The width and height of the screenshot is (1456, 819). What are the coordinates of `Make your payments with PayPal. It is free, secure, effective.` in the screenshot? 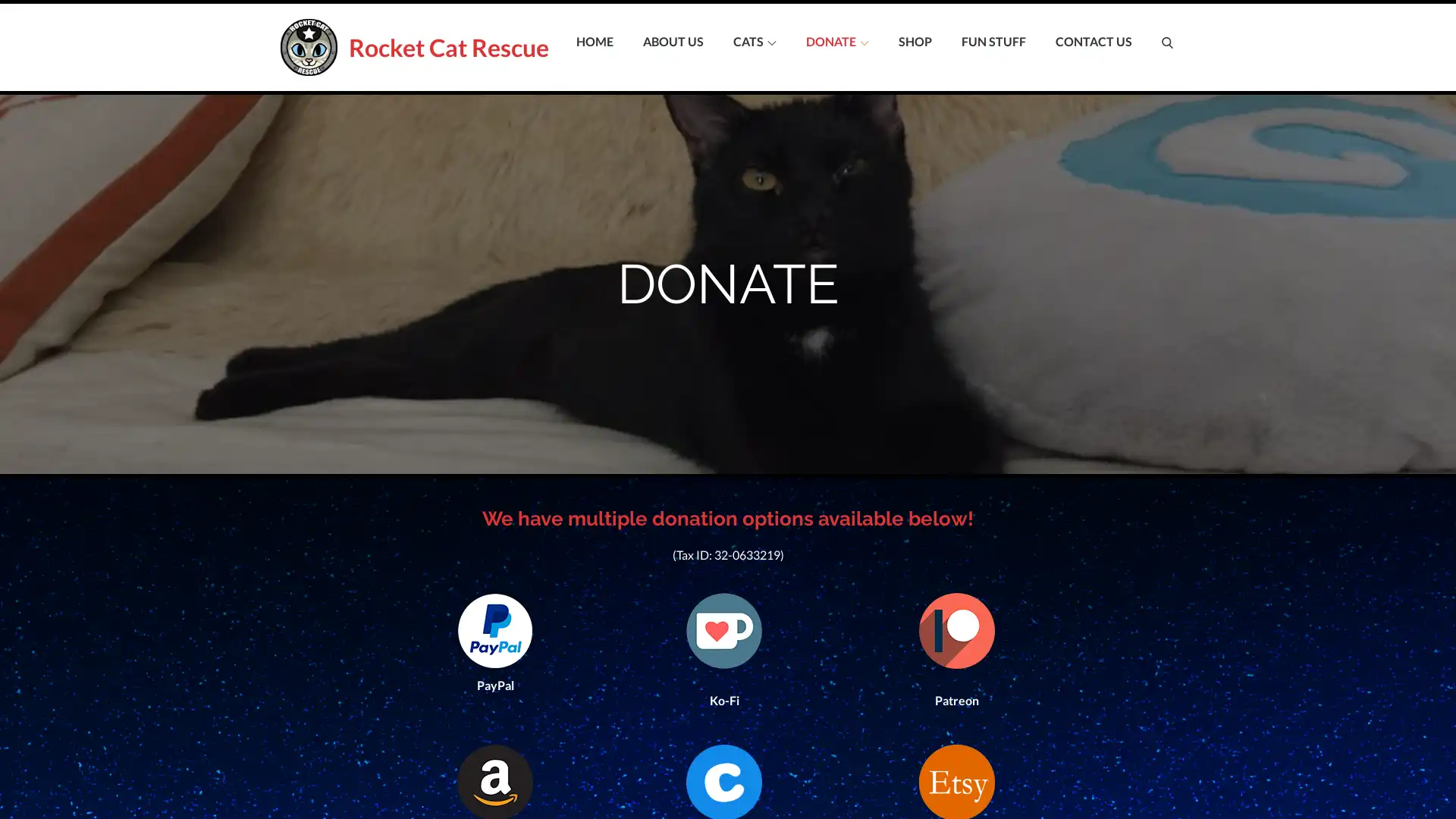 It's located at (494, 623).